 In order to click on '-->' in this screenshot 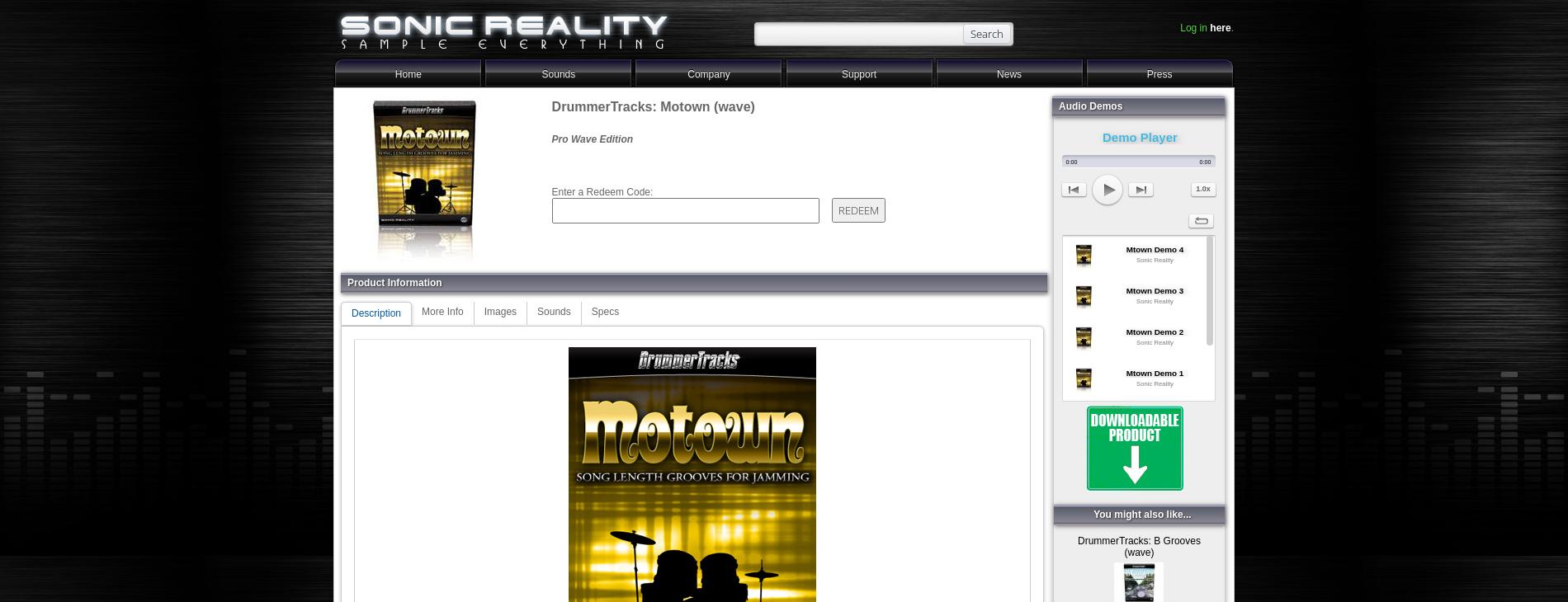, I will do `click(782, 3)`.